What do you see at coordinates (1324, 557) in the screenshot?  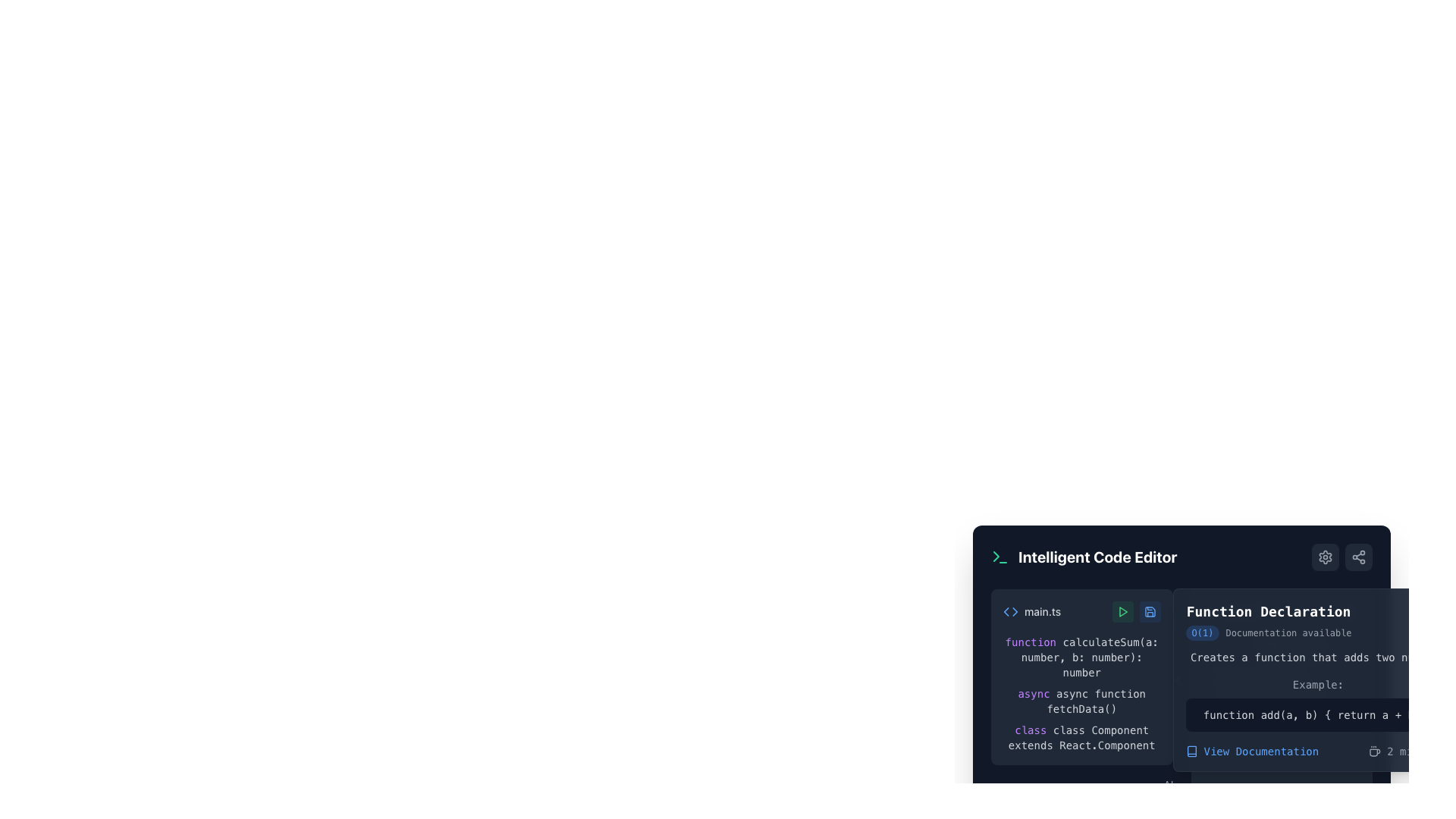 I see `the gear icon located at the top-right corner of the interface` at bounding box center [1324, 557].